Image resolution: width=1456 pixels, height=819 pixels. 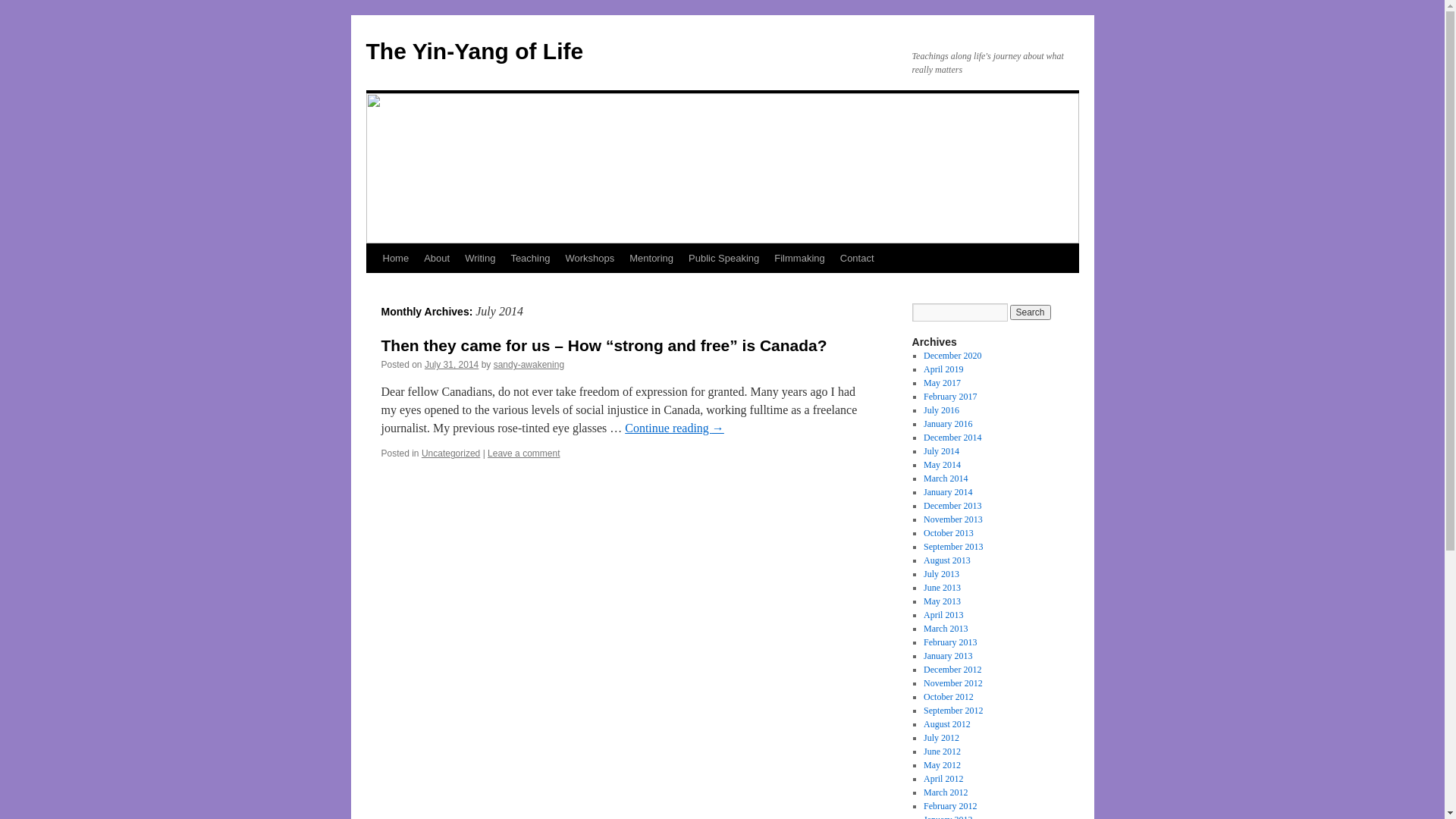 I want to click on 'Filmmaking', so click(x=799, y=257).